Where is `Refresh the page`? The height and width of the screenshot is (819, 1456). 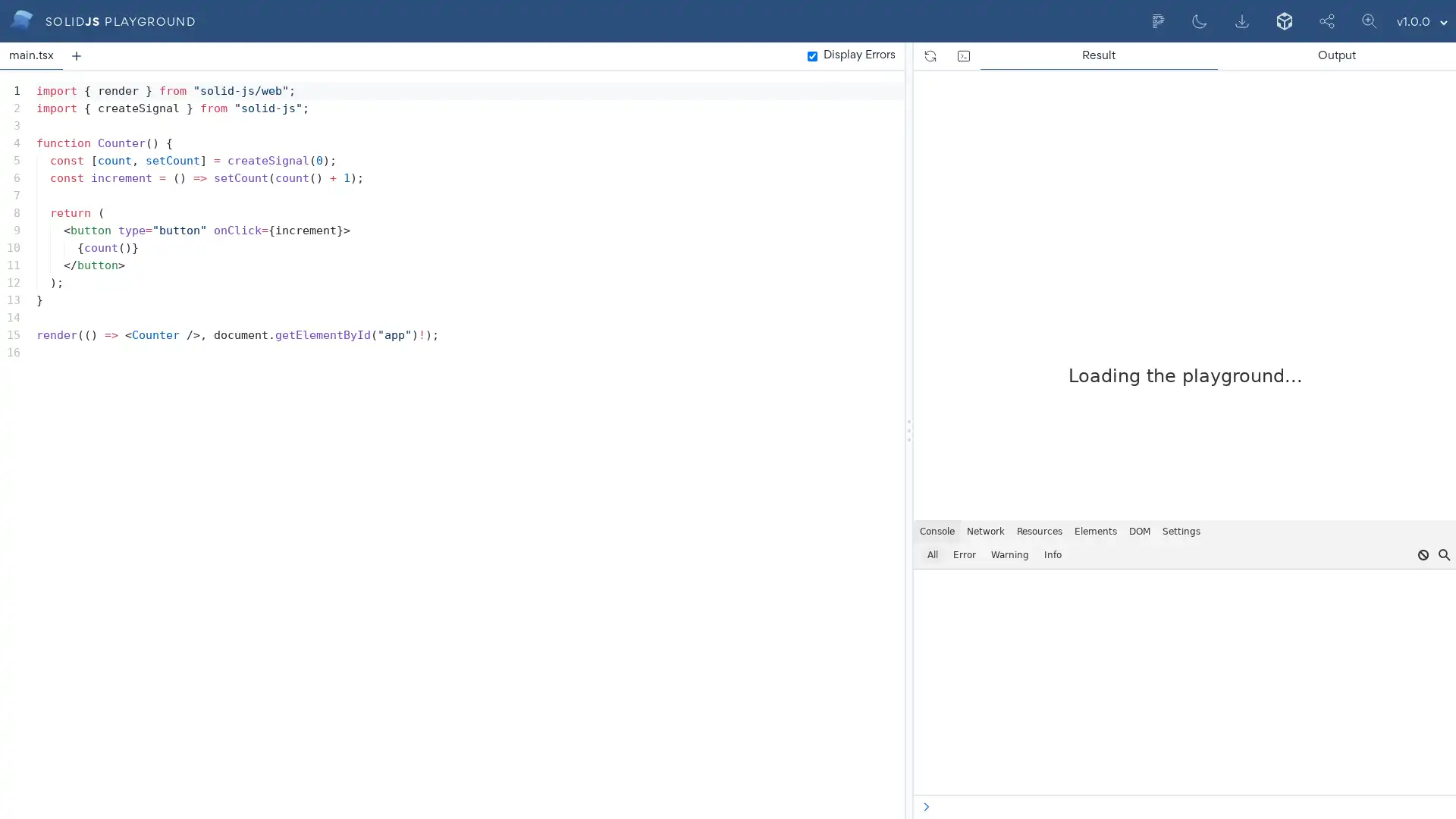
Refresh the page is located at coordinates (928, 55).